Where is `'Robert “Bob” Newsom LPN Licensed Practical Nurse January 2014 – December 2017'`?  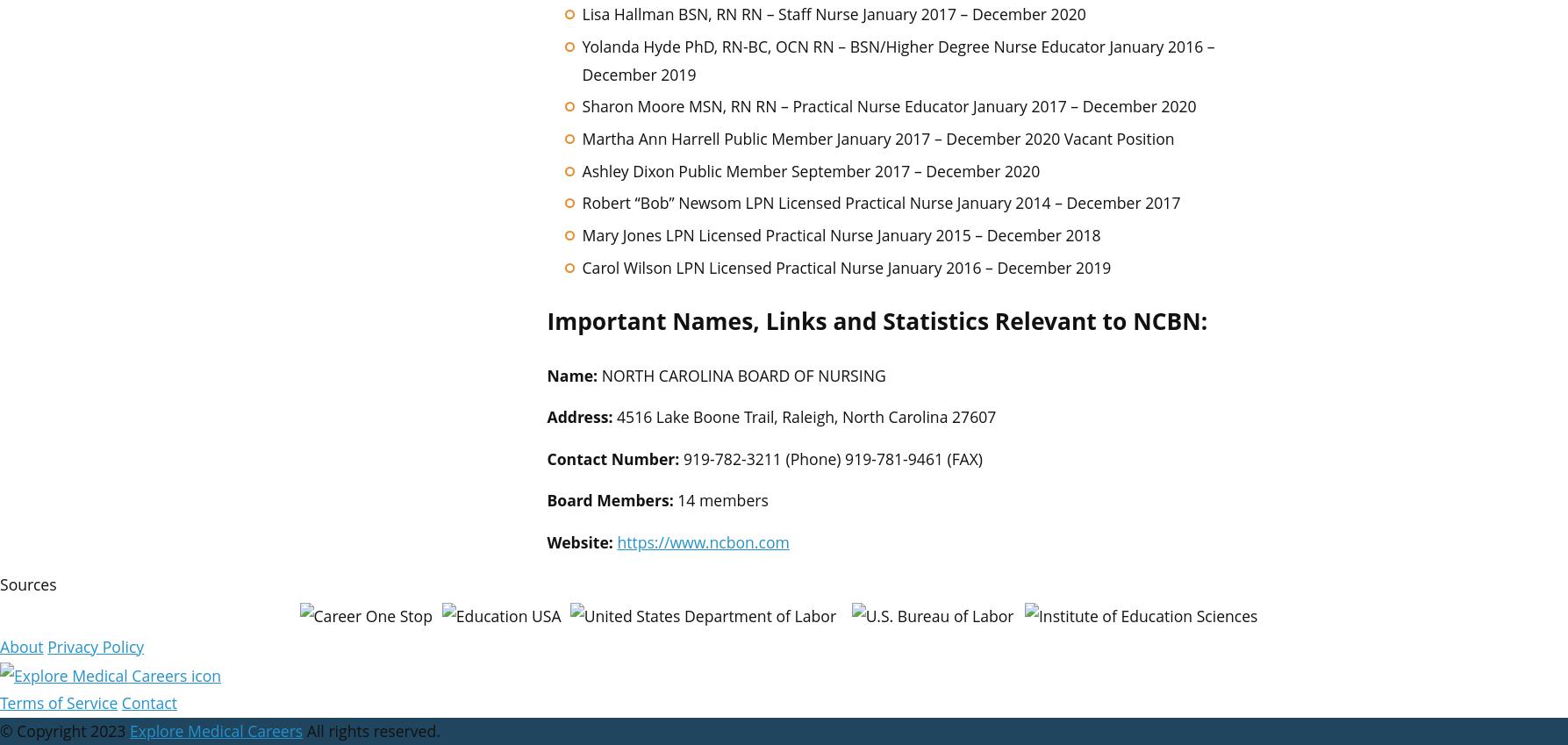
'Robert “Bob” Newsom LPN Licensed Practical Nurse January 2014 – December 2017' is located at coordinates (879, 202).